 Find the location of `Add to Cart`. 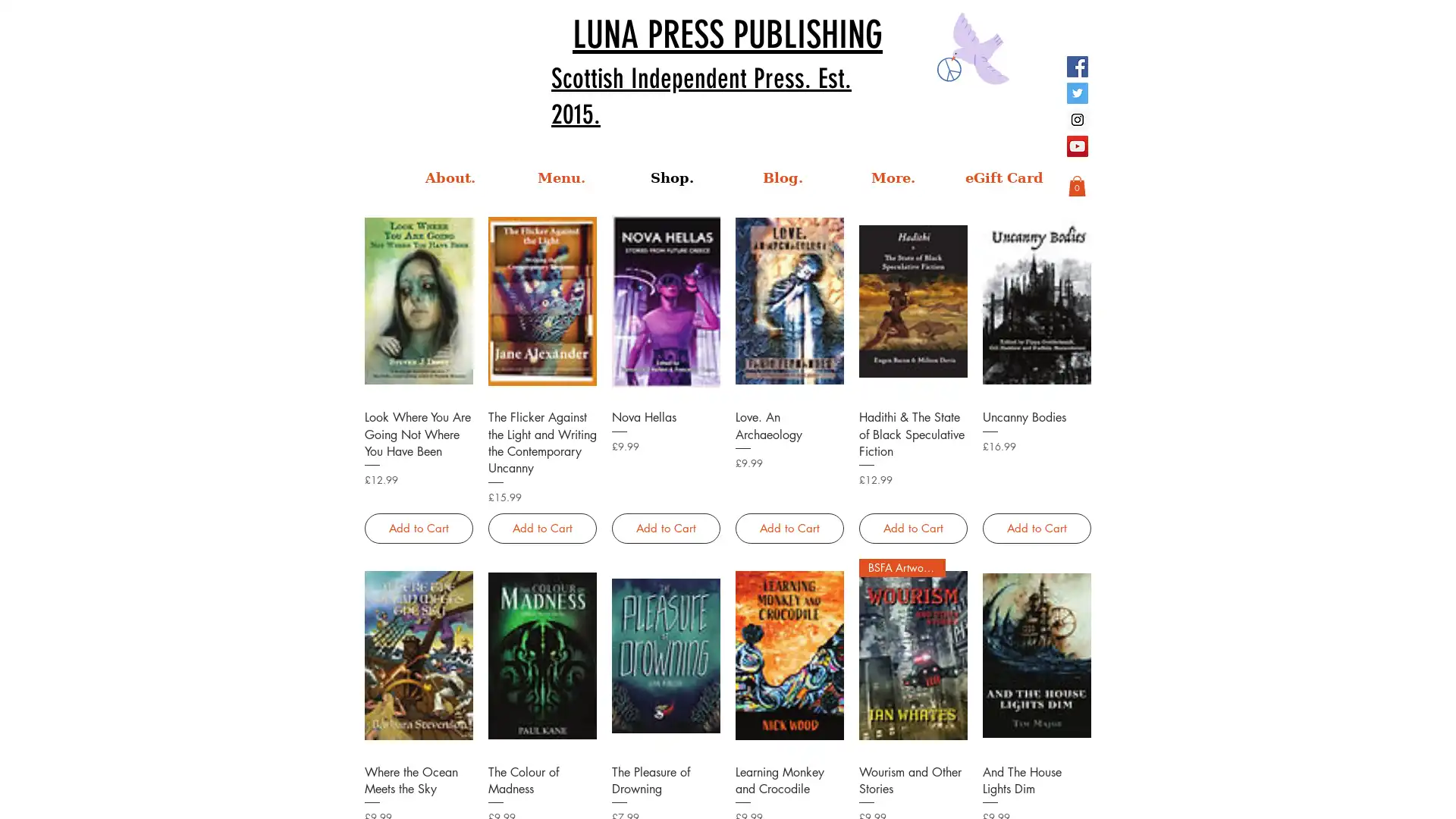

Add to Cart is located at coordinates (1035, 527).